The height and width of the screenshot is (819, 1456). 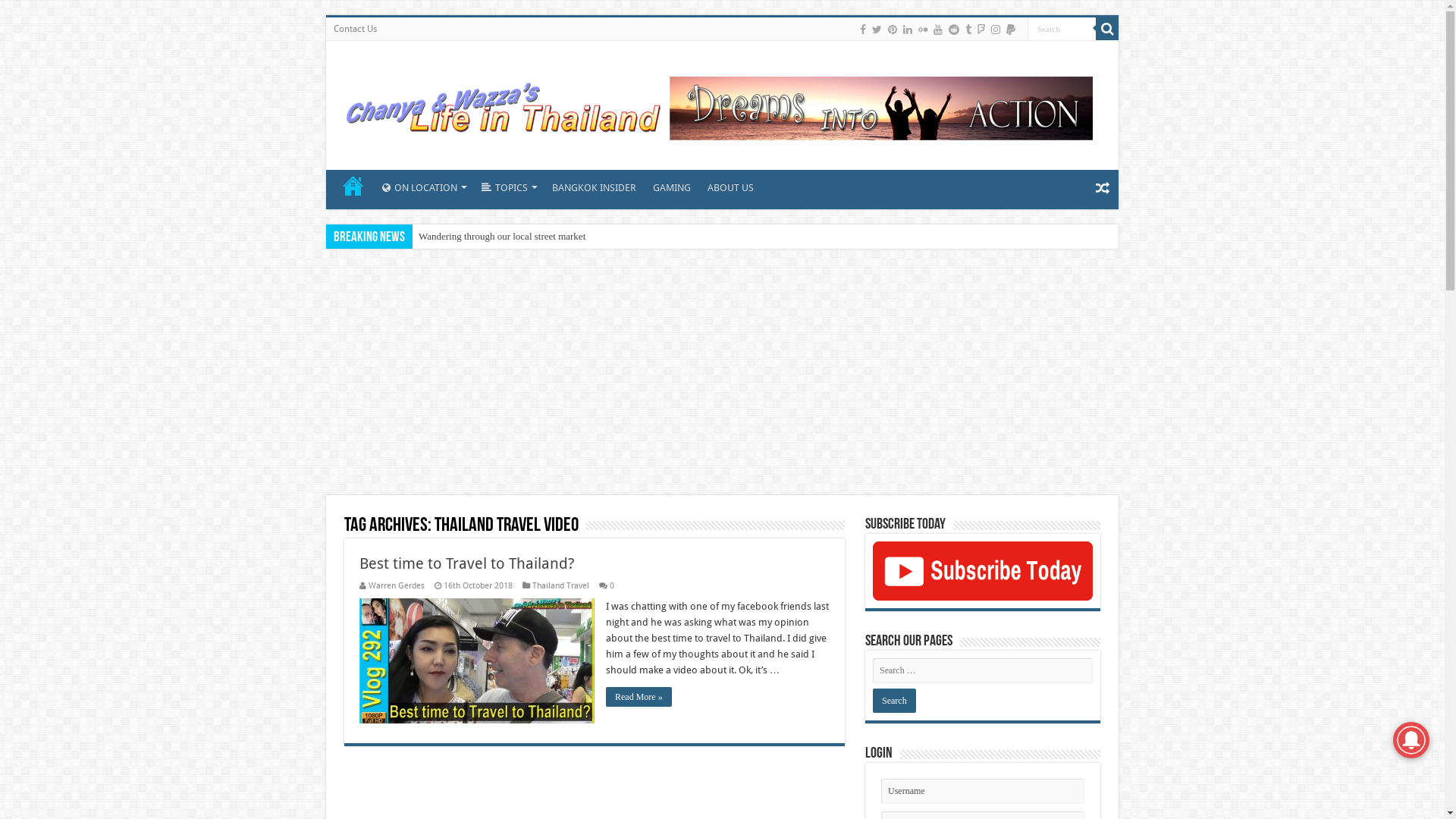 What do you see at coordinates (1095, 29) in the screenshot?
I see `'Search'` at bounding box center [1095, 29].